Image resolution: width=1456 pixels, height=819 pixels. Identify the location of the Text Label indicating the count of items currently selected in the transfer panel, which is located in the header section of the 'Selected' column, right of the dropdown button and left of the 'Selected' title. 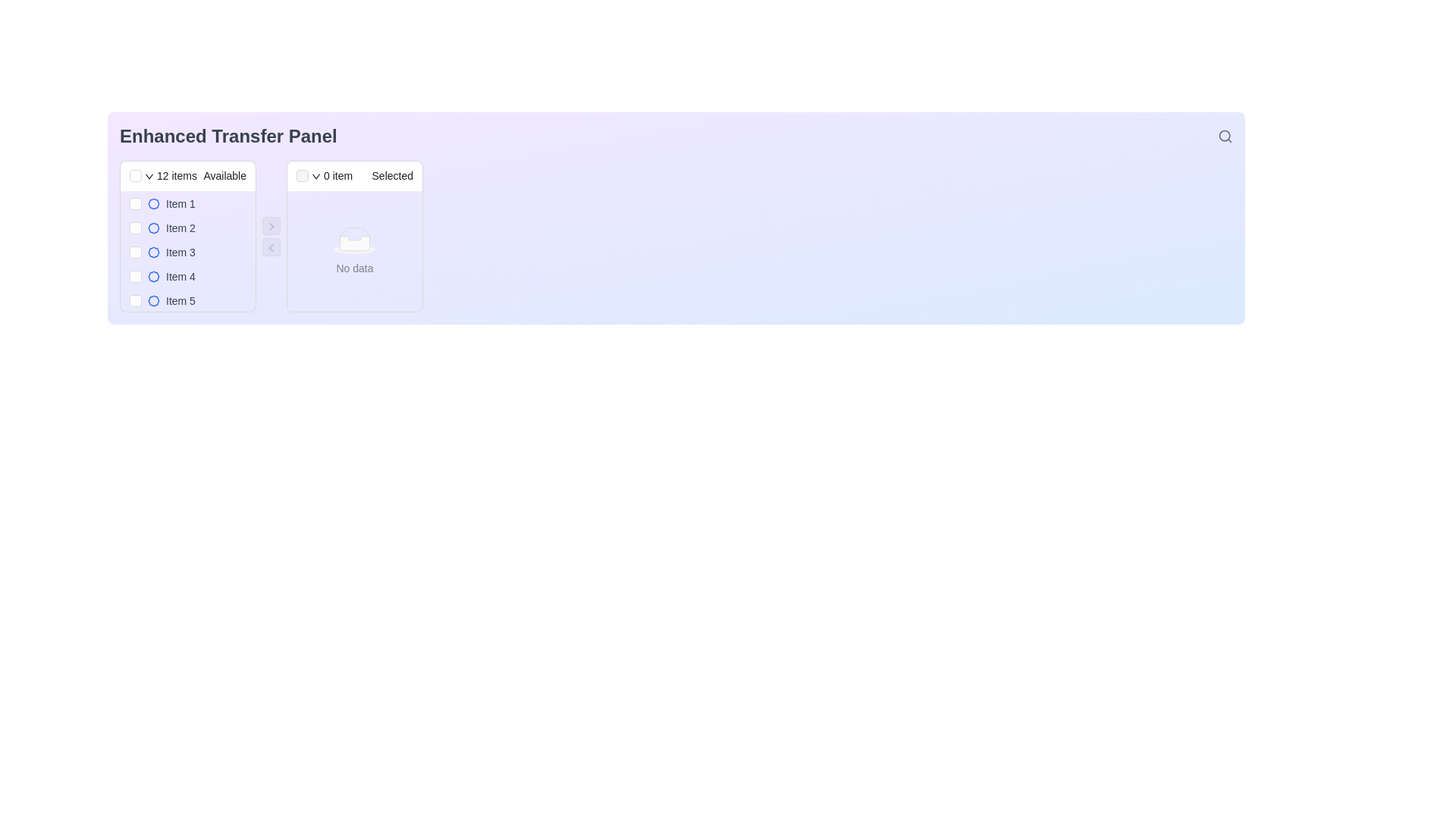
(337, 174).